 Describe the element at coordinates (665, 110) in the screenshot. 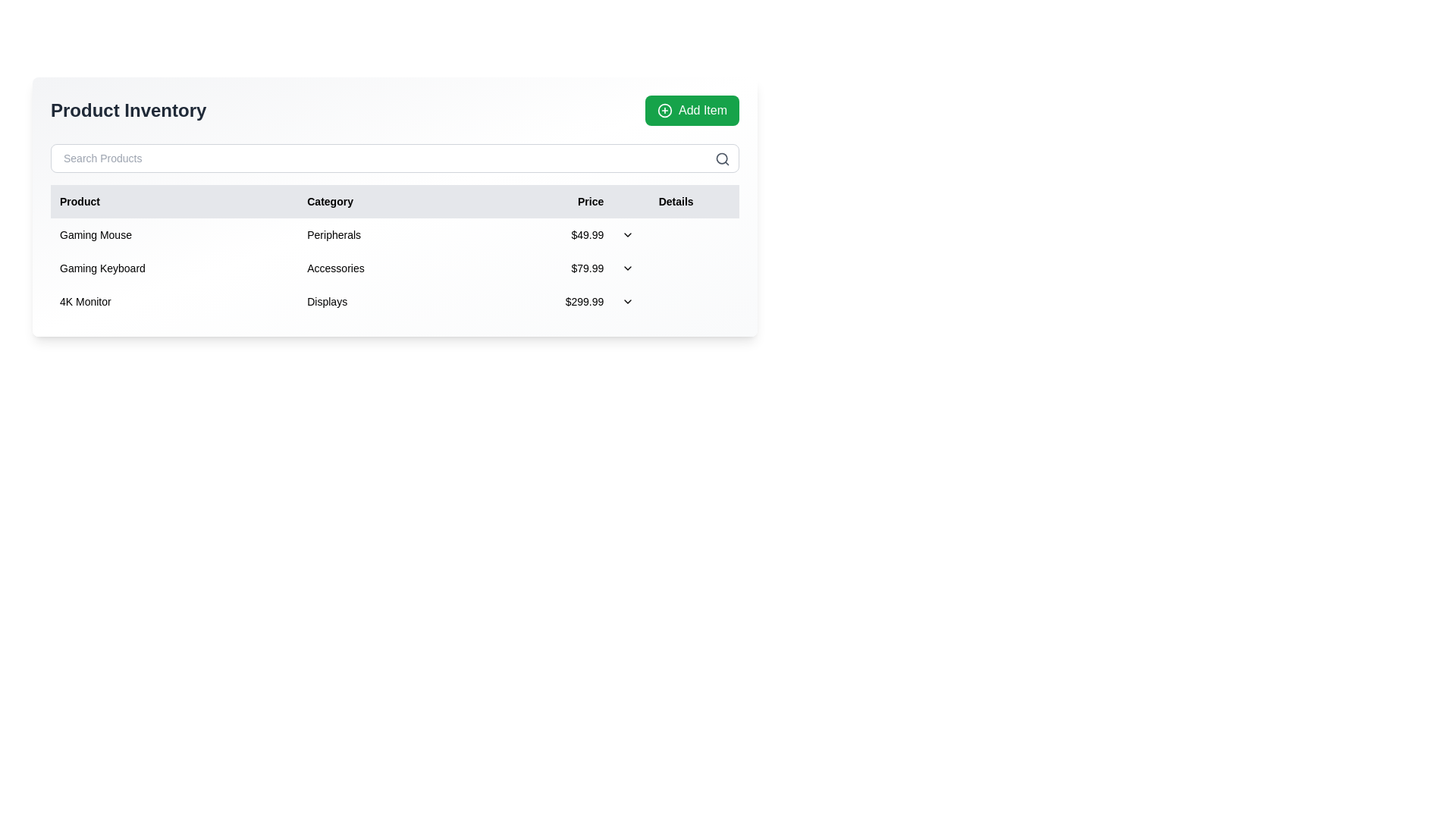

I see `the circular decorative element within the 'Add Item' button located in the top-right corner of the application interface` at that location.